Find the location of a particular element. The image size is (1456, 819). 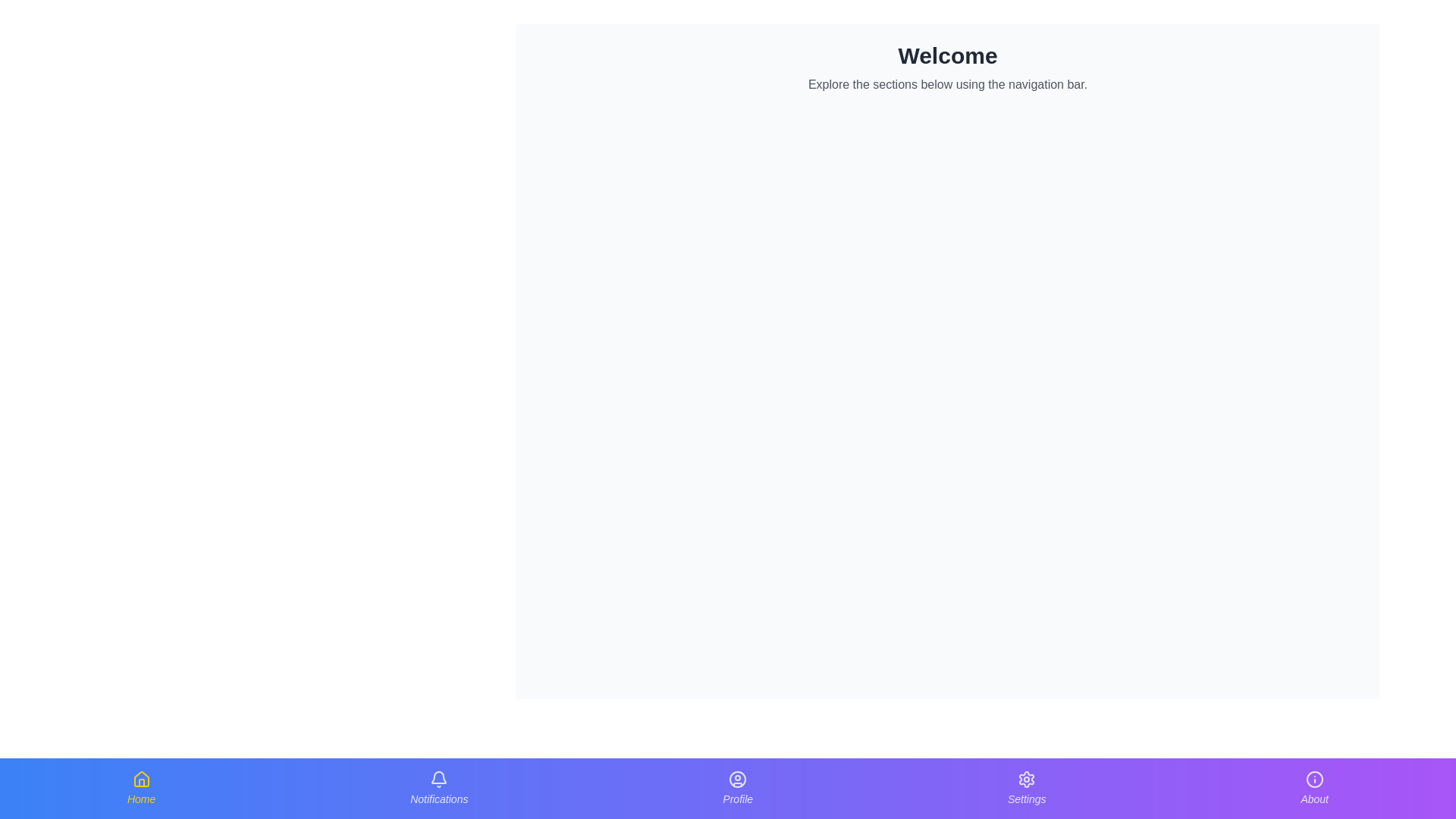

the 'Profile' button located in the bottom navigation bar, which features a user outline icon and the word 'Profile' in light gray font, to observe the hover effect is located at coordinates (738, 788).